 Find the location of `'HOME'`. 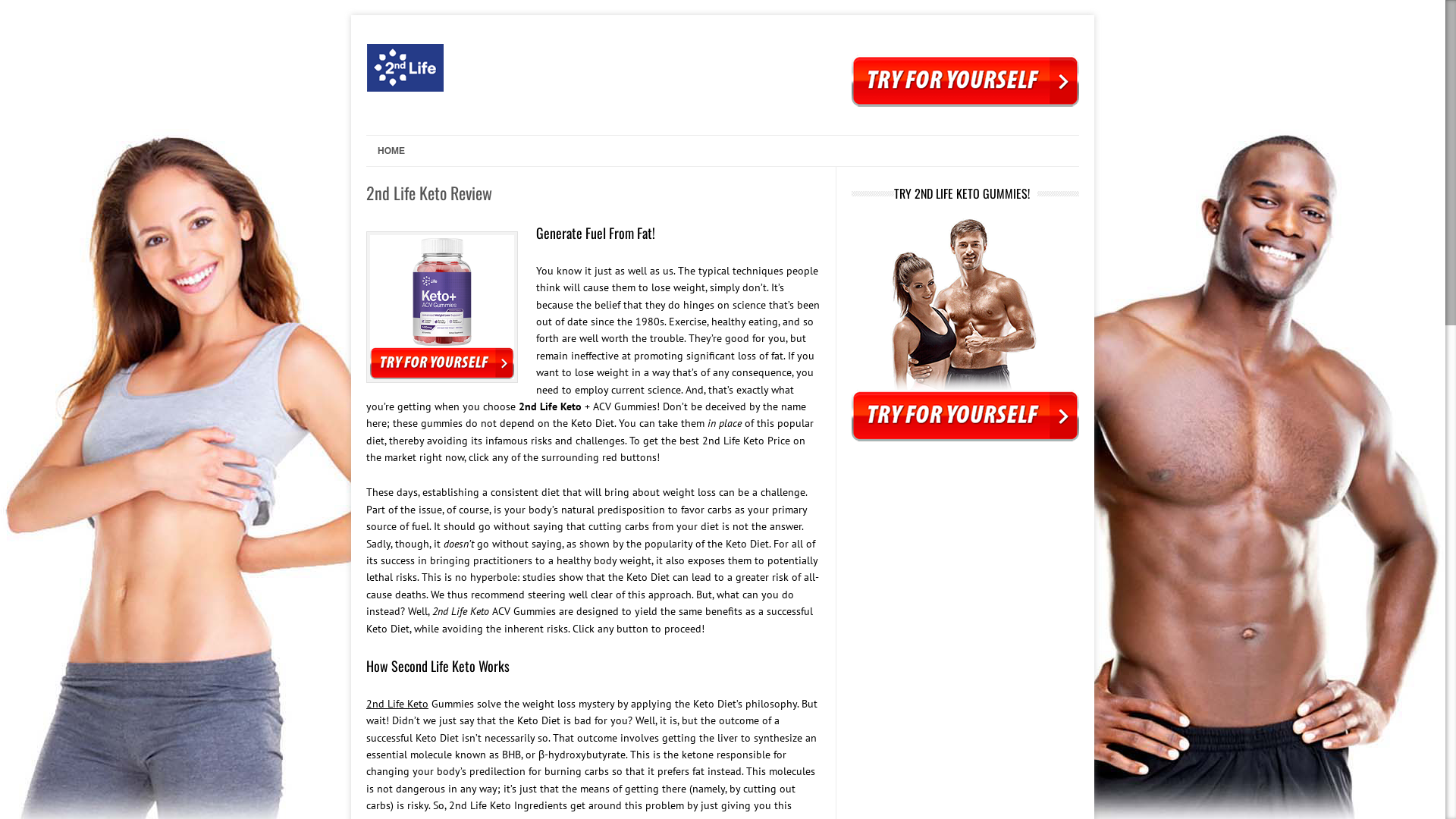

'HOME' is located at coordinates (385, 151).